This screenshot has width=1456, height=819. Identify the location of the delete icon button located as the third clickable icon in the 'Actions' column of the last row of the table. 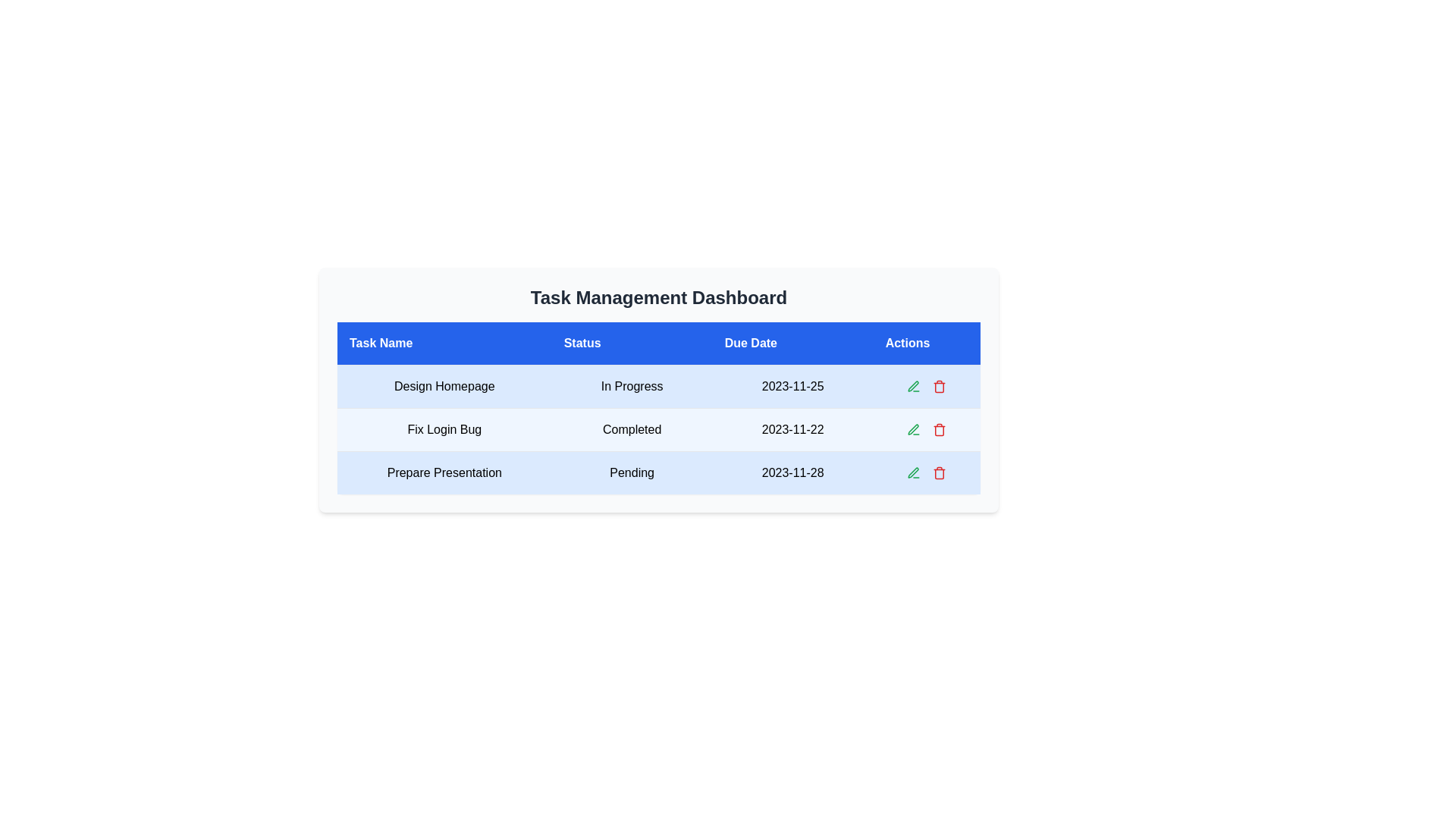
(939, 472).